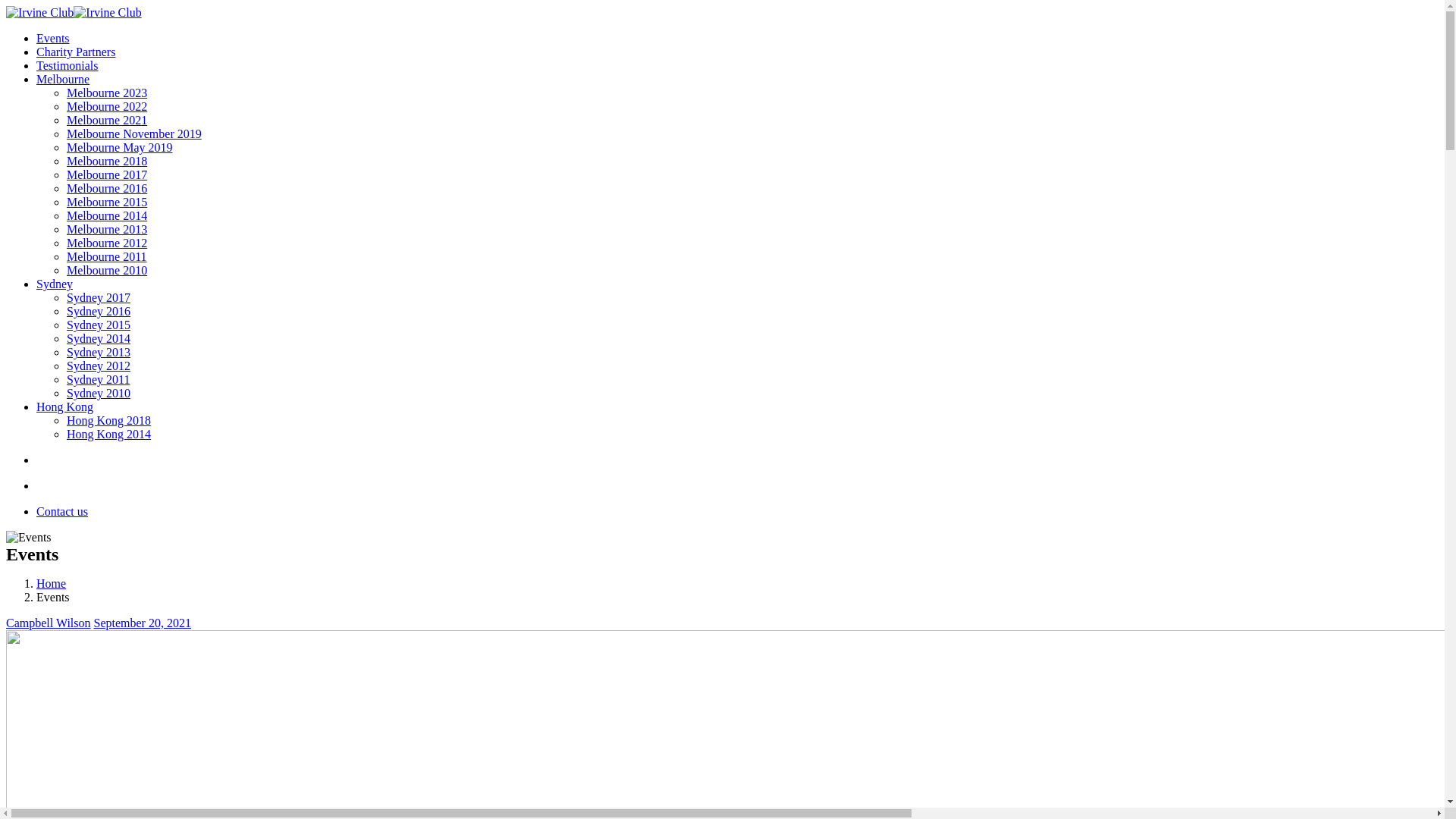 Image resolution: width=1456 pixels, height=819 pixels. What do you see at coordinates (97, 352) in the screenshot?
I see `'Sydney 2013'` at bounding box center [97, 352].